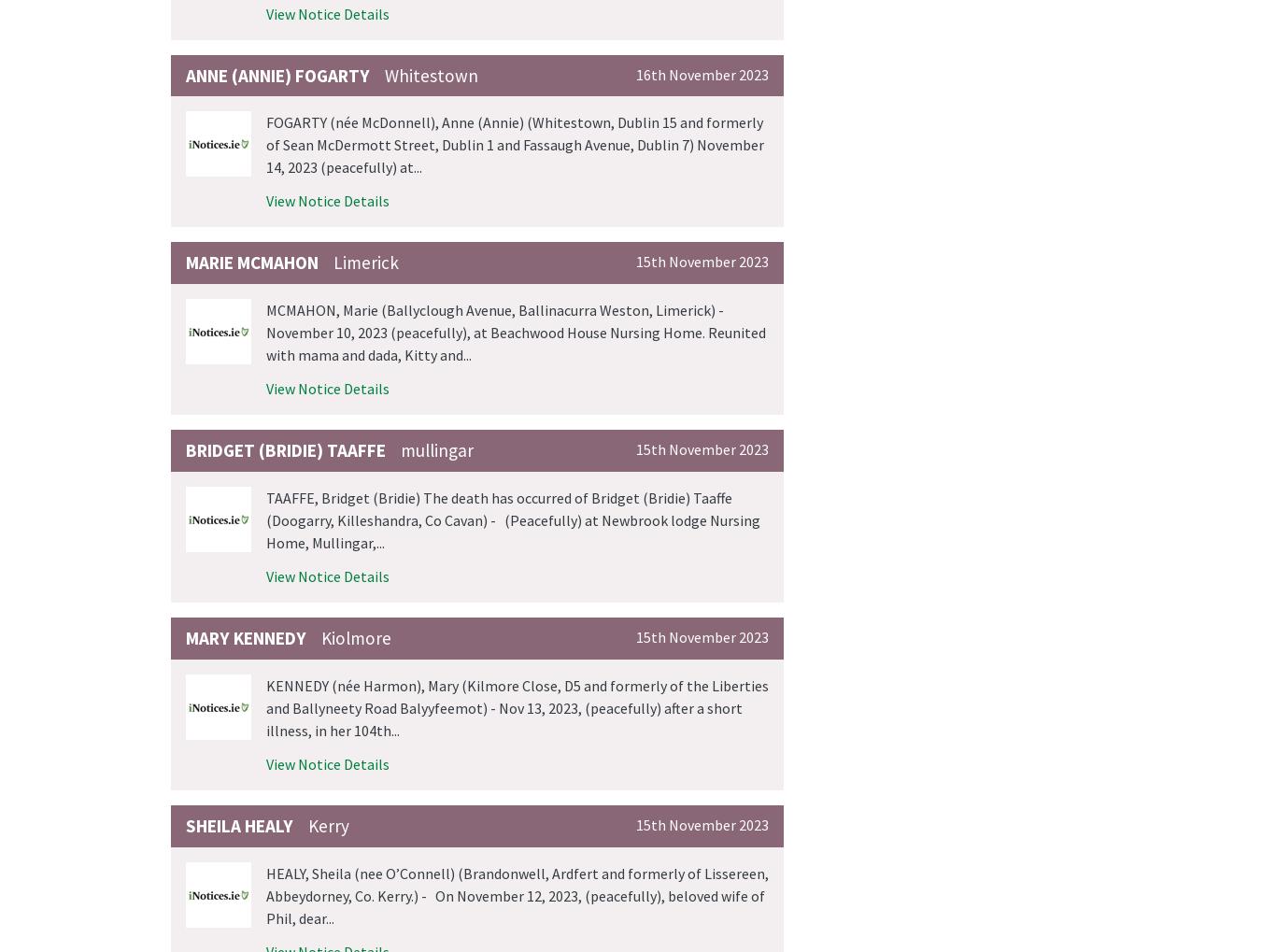 The height and width of the screenshot is (952, 1276). What do you see at coordinates (516, 333) in the screenshot?
I see `'MCMAHON, Marie                     (Ballyclough Avenue, Ballinacurra Weston, Limerick) - November 10, 2023 (peacefully), at Beachwood House Nursing Home. Reunited with mama and dada, Kitty and...'` at bounding box center [516, 333].